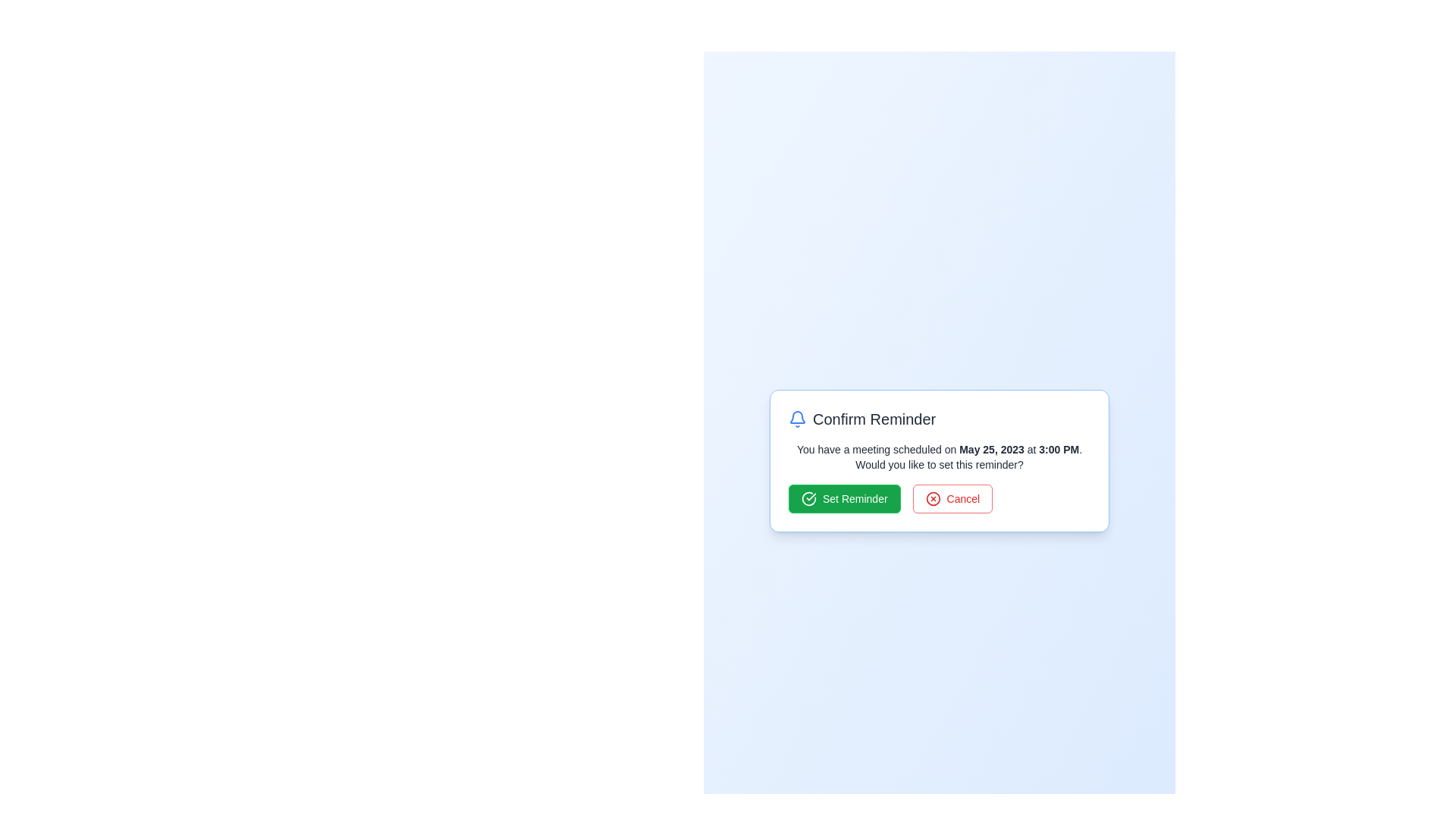  Describe the element at coordinates (874, 419) in the screenshot. I see `the 'Confirm Reminder' text label, which is prominently displayed in bold and slightly enlarged dark gray font, indicating its association with notifications` at that location.